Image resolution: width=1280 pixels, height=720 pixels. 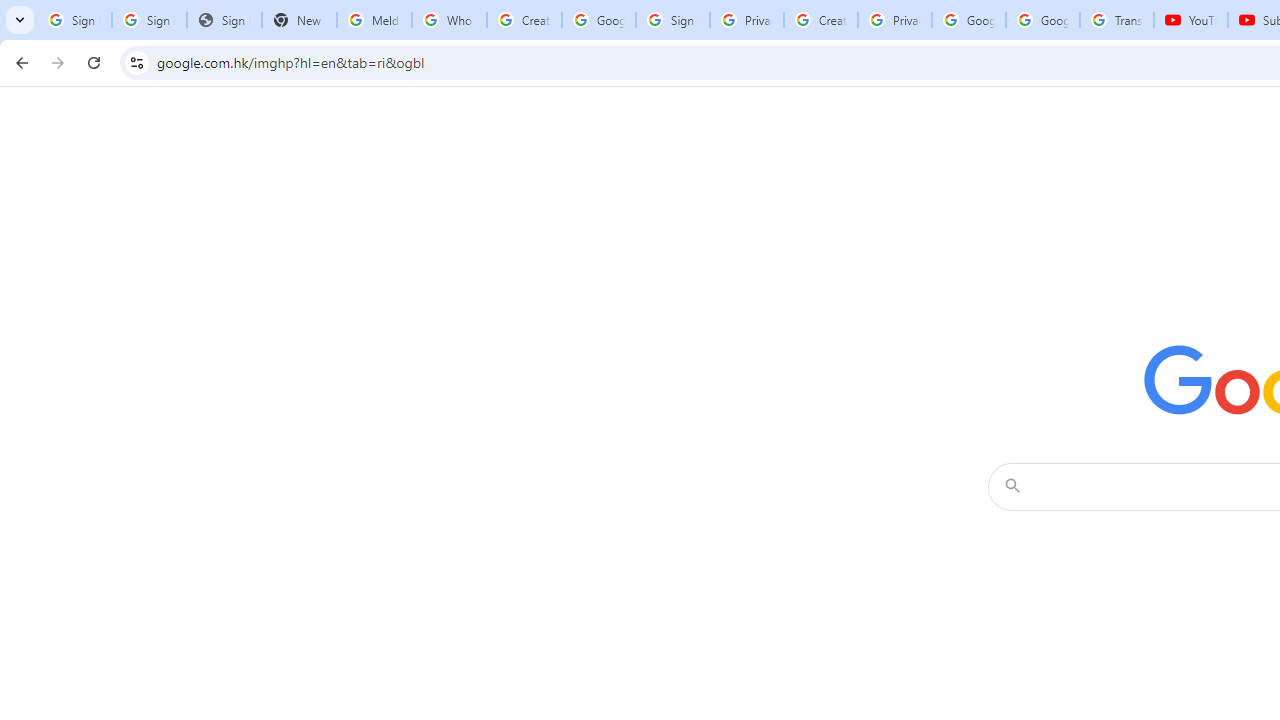 What do you see at coordinates (448, 20) in the screenshot?
I see `'Who is my administrator? - Google Account Help'` at bounding box center [448, 20].